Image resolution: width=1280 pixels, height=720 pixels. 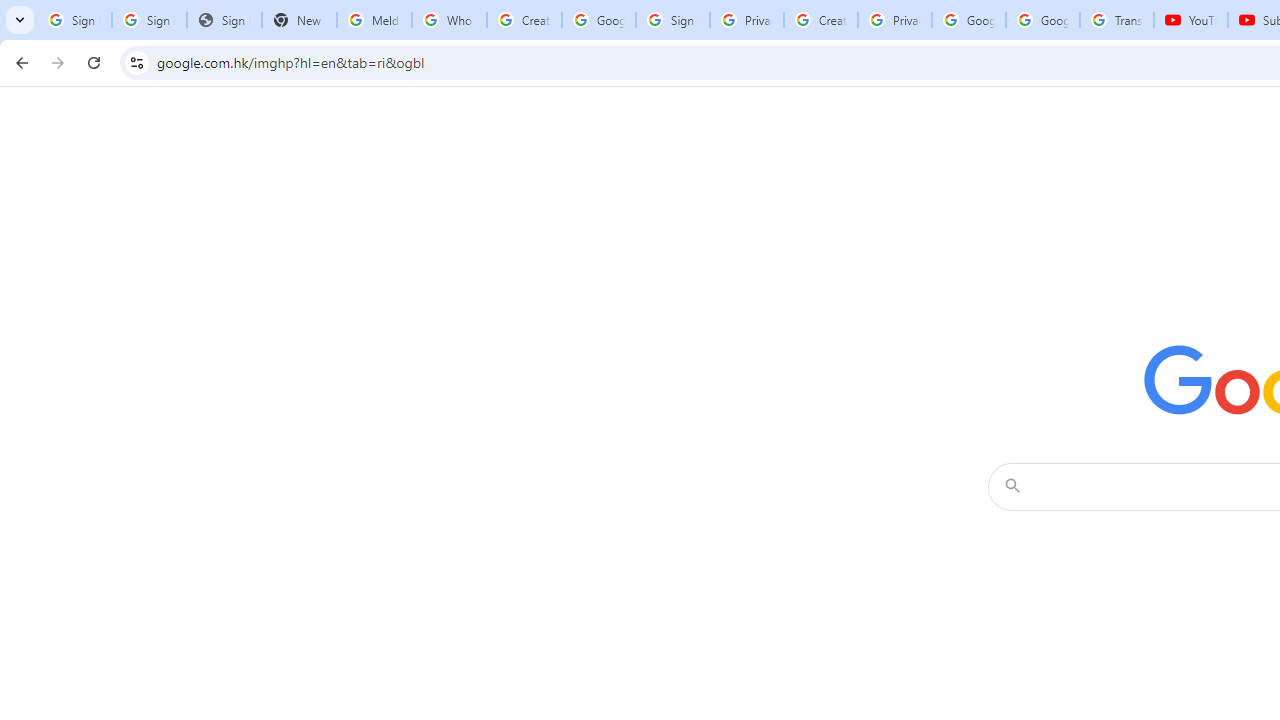 What do you see at coordinates (448, 20) in the screenshot?
I see `'Who is my administrator? - Google Account Help'` at bounding box center [448, 20].